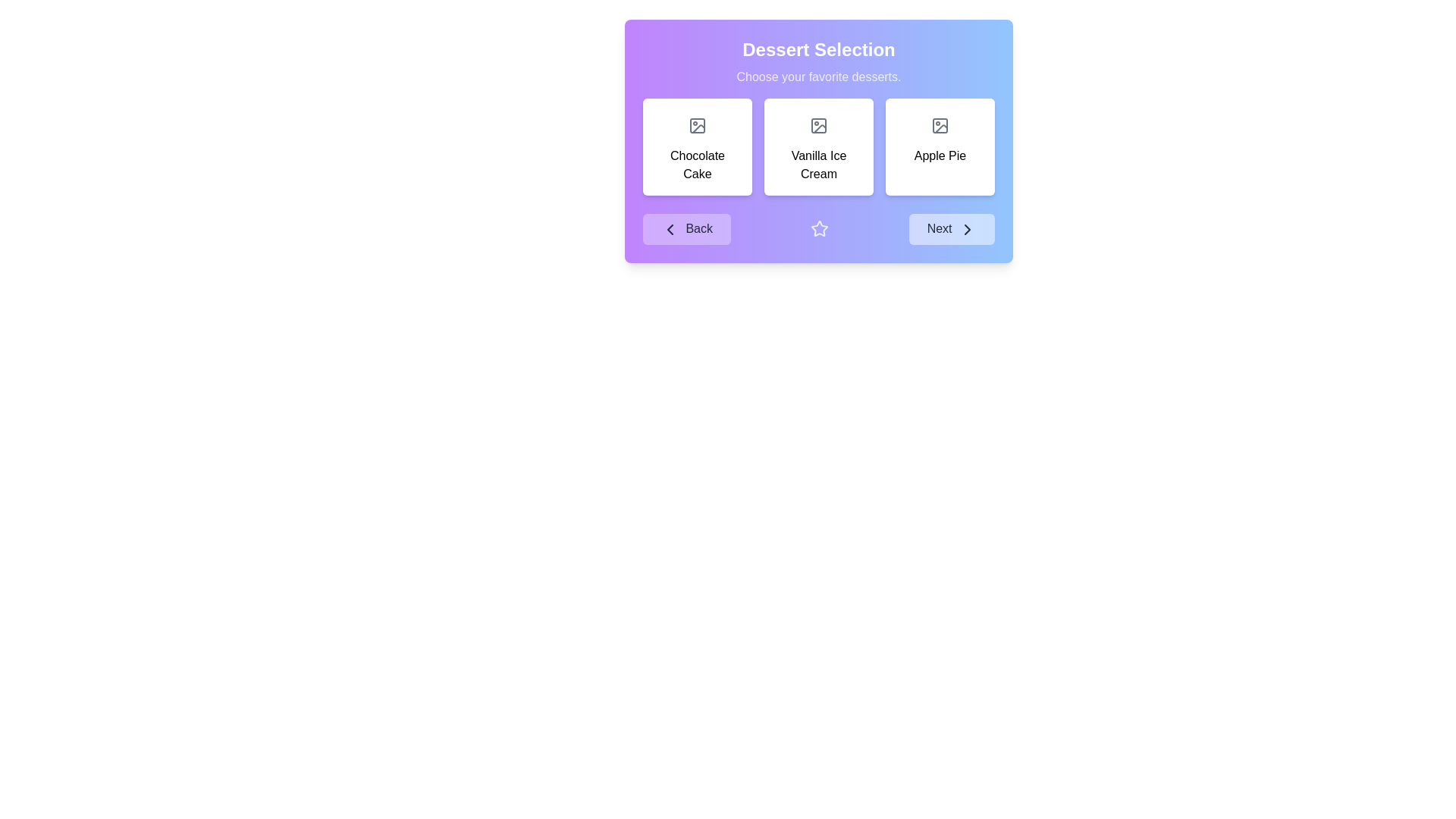 The image size is (1456, 819). Describe the element at coordinates (686, 229) in the screenshot. I see `the 'Back' button with rounded corners and a white background` at that location.